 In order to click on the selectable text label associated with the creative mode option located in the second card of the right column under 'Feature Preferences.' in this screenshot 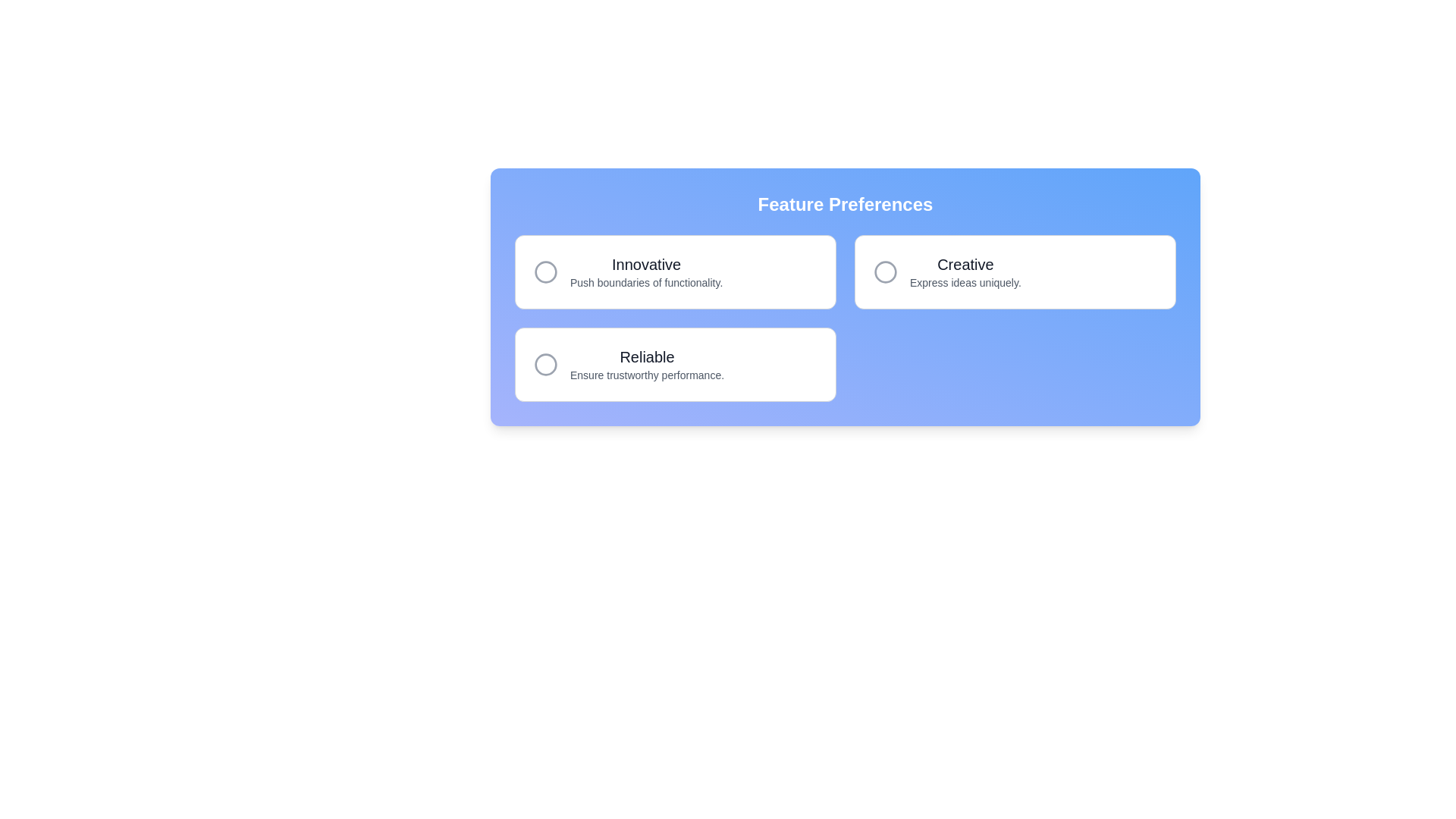, I will do `click(964, 271)`.